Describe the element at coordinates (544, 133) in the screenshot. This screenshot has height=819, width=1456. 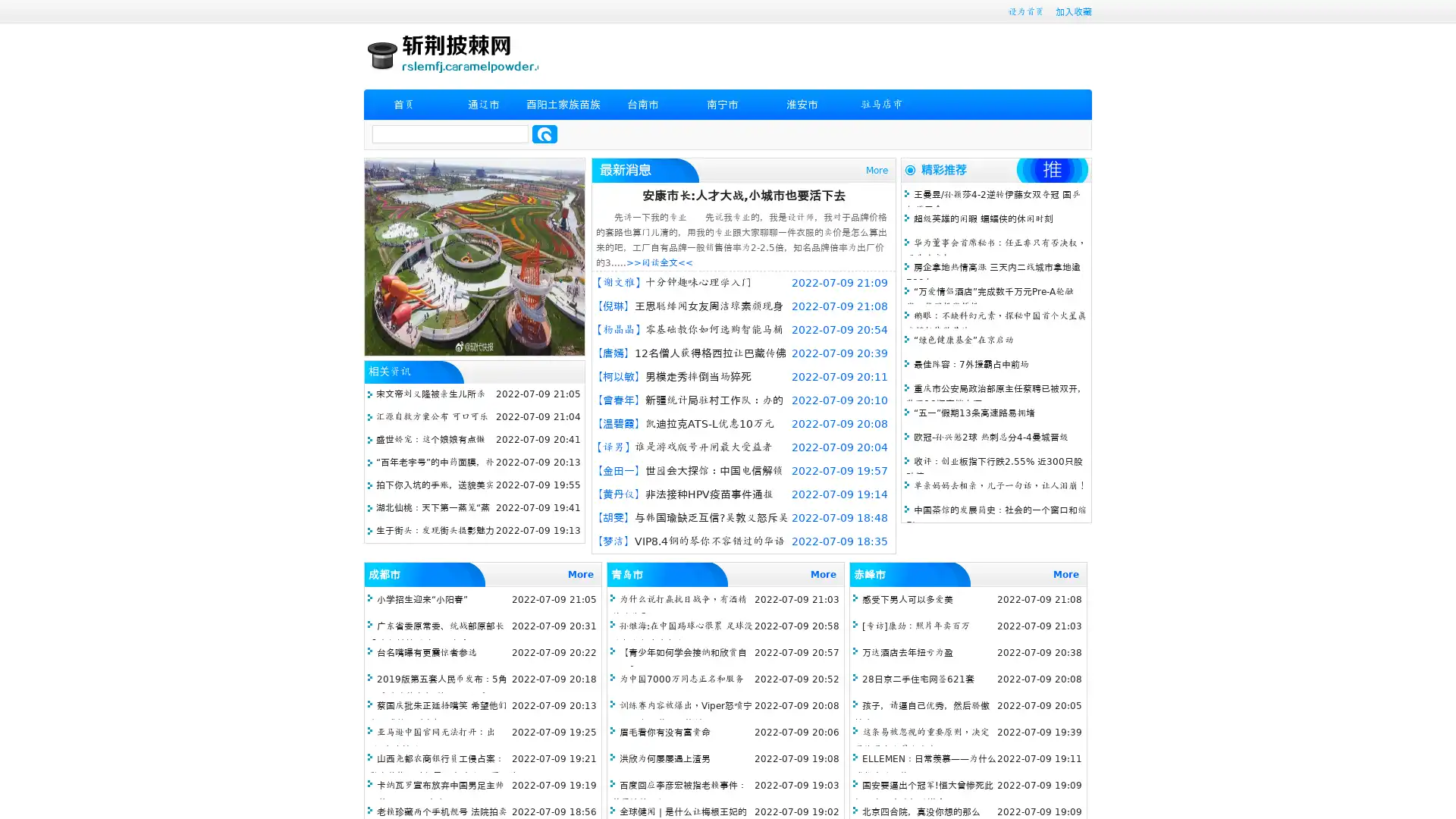
I see `Search` at that location.